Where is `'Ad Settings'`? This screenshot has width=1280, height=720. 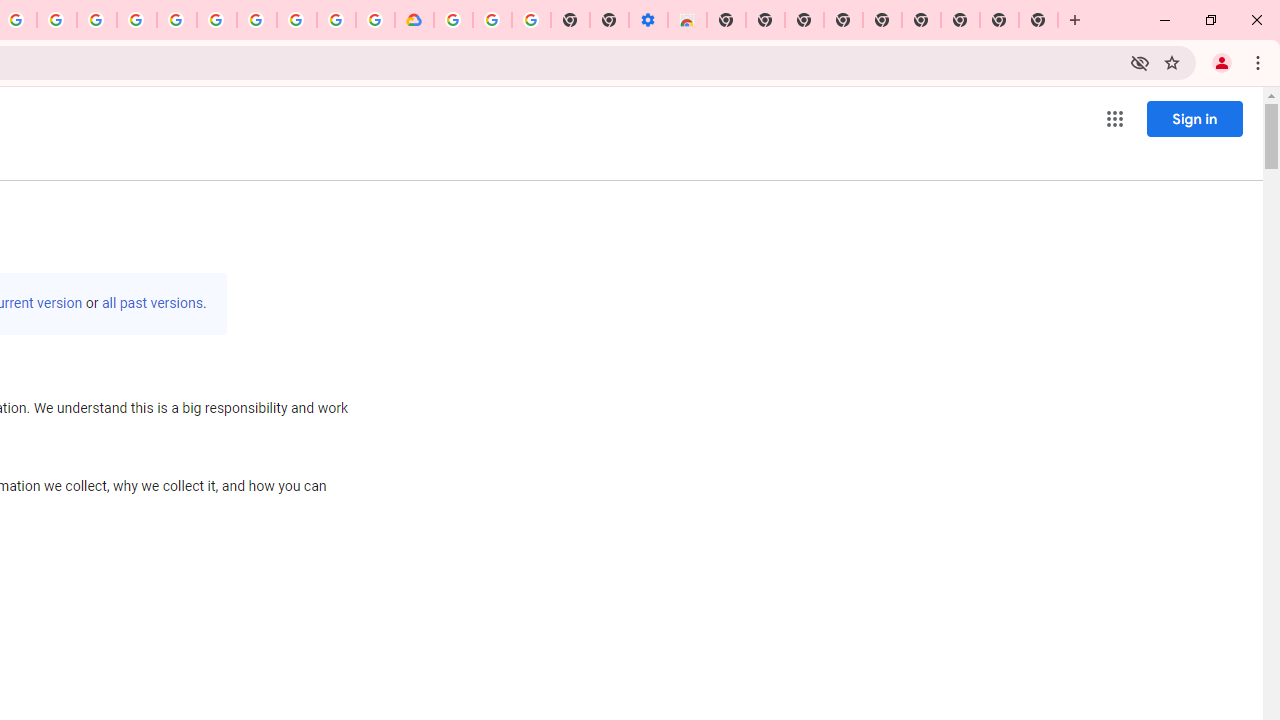
'Ad Settings' is located at coordinates (135, 20).